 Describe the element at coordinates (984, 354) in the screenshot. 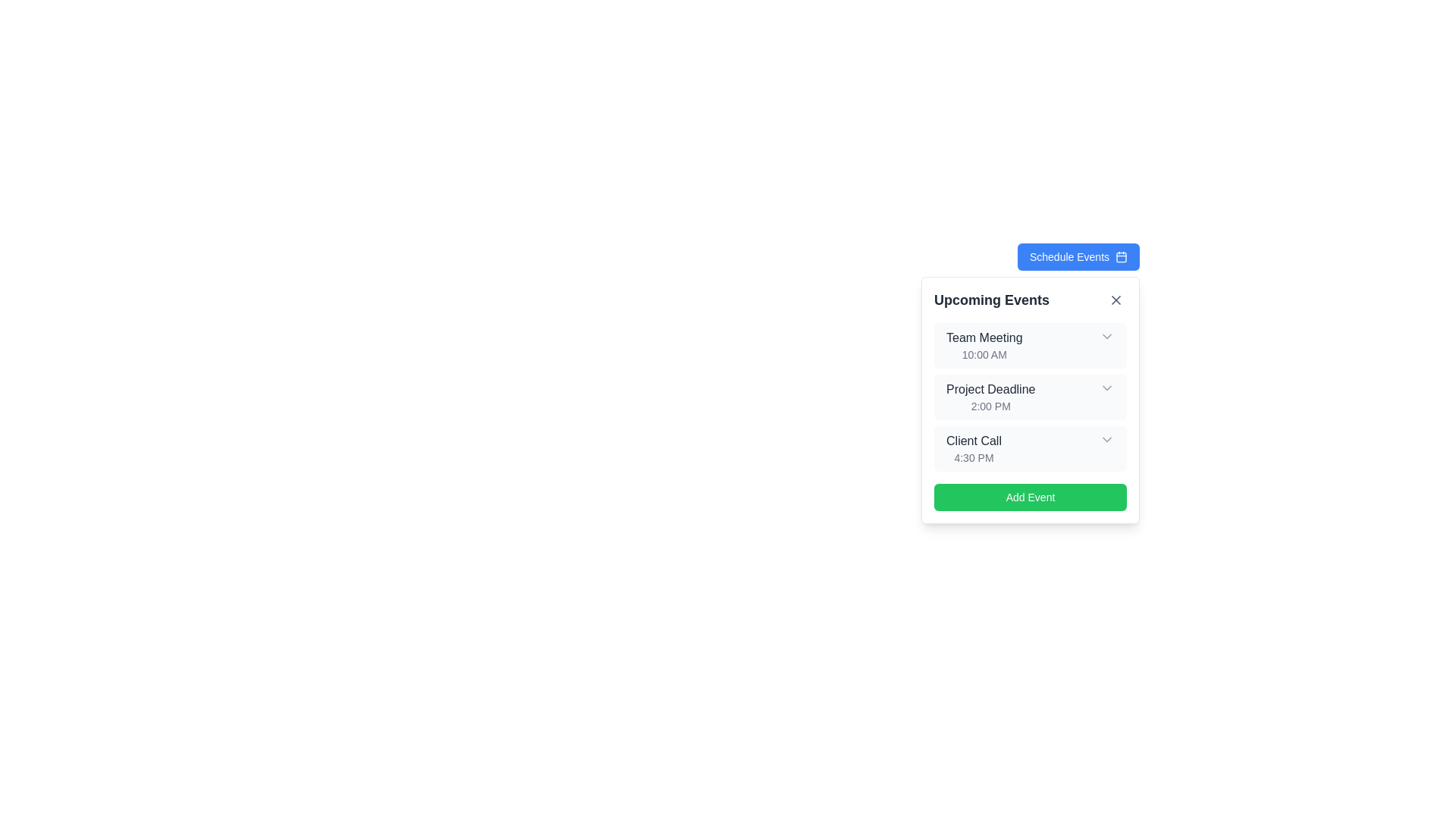

I see `the text label displaying '10:00 AM' with a gray font style located below the 'Team Meeting' title in the 'Upcoming Events' section` at that location.